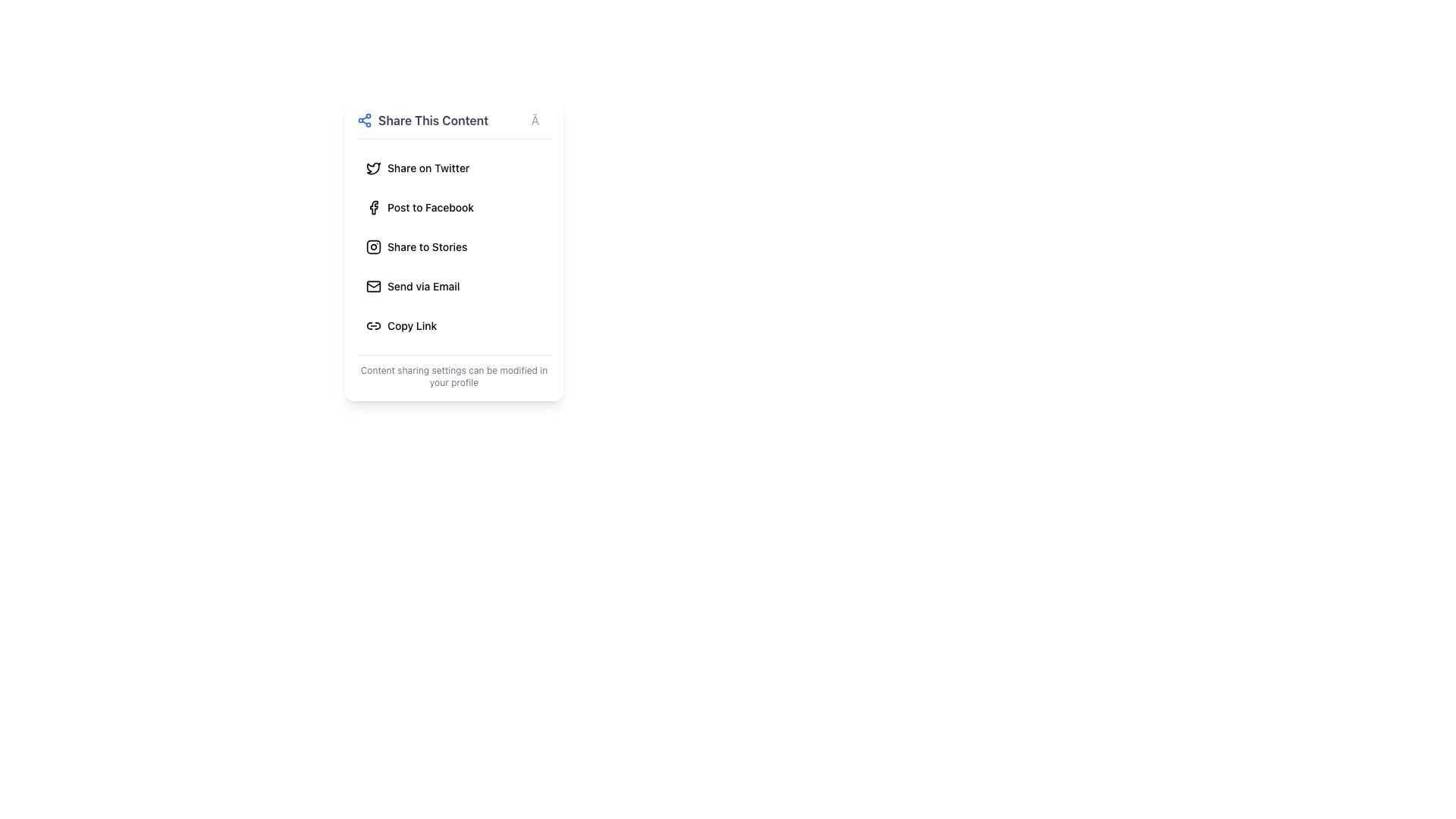 The width and height of the screenshot is (1456, 819). What do you see at coordinates (541, 119) in the screenshot?
I see `the close button located in the top-right corner of the 'Share This Content' section` at bounding box center [541, 119].